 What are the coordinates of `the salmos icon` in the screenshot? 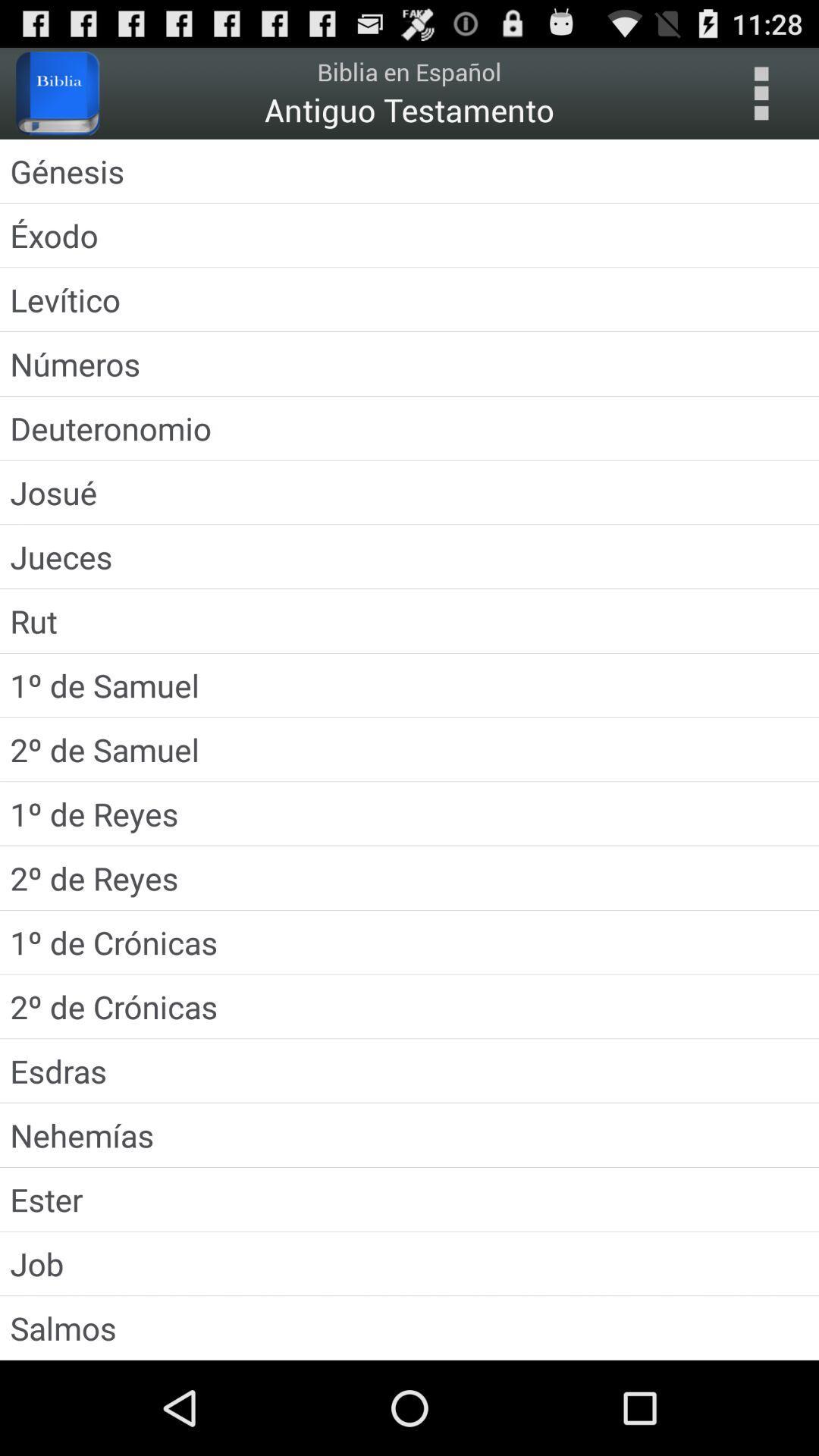 It's located at (409, 1327).